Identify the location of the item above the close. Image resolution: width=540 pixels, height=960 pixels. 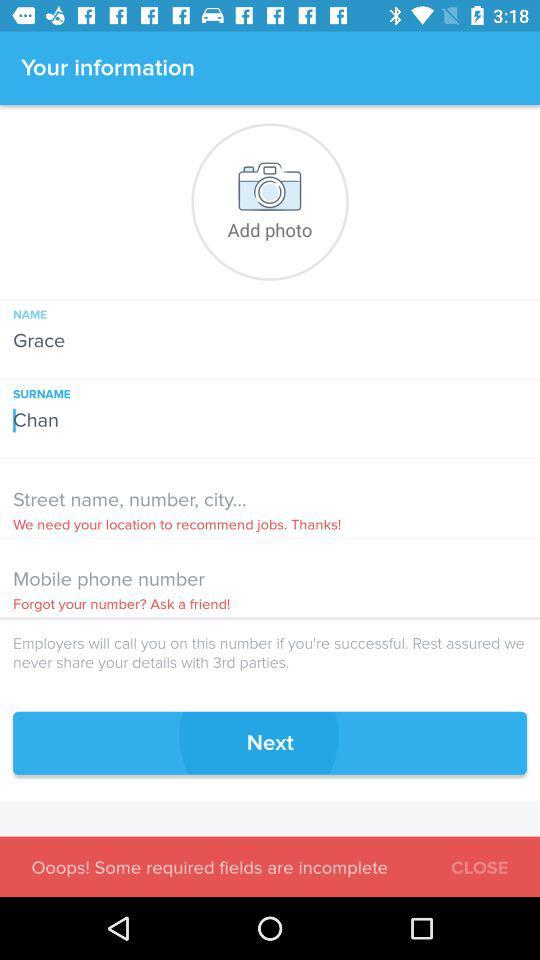
(270, 742).